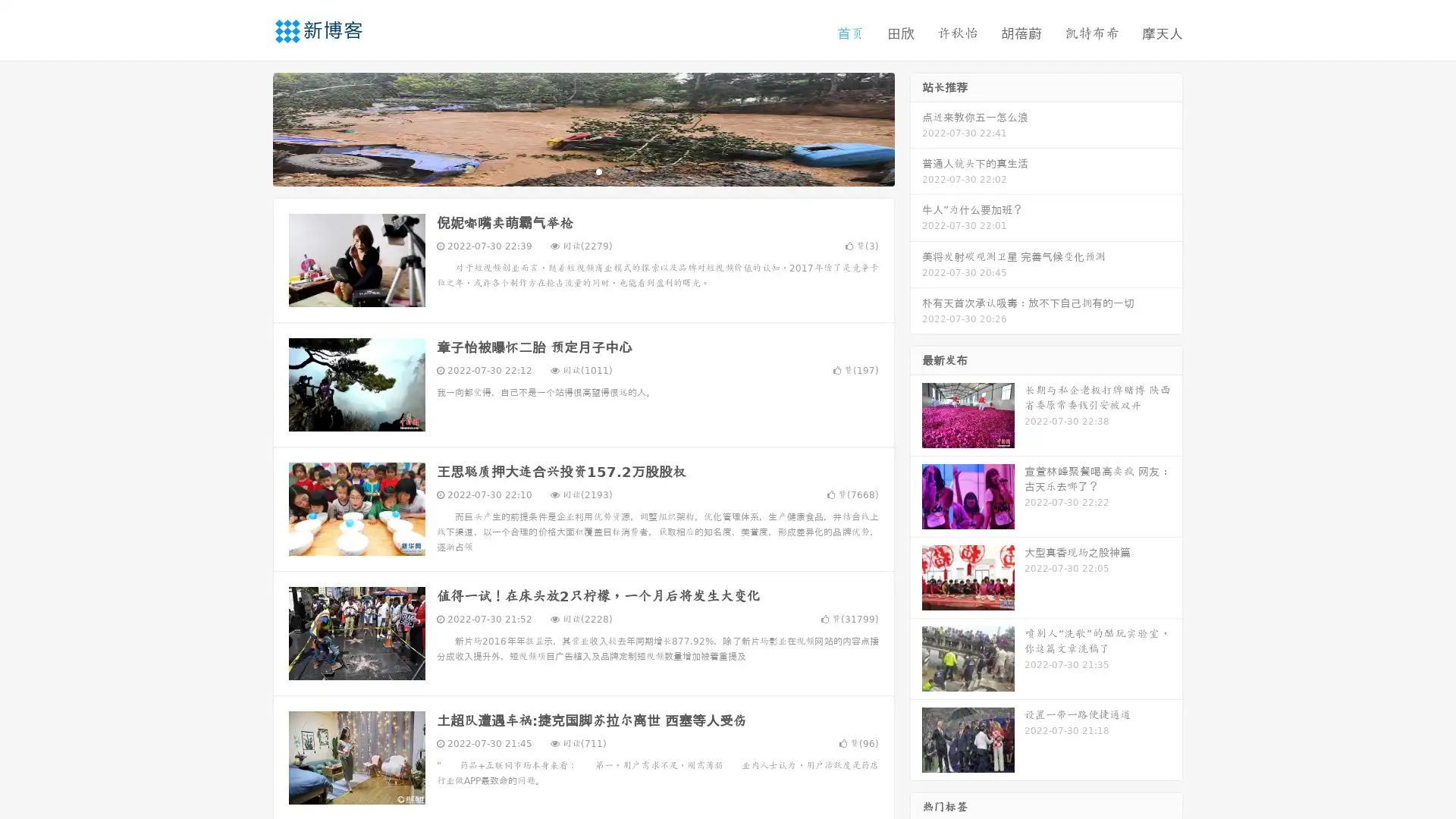 The width and height of the screenshot is (1456, 819). Describe the element at coordinates (250, 127) in the screenshot. I see `Previous slide` at that location.